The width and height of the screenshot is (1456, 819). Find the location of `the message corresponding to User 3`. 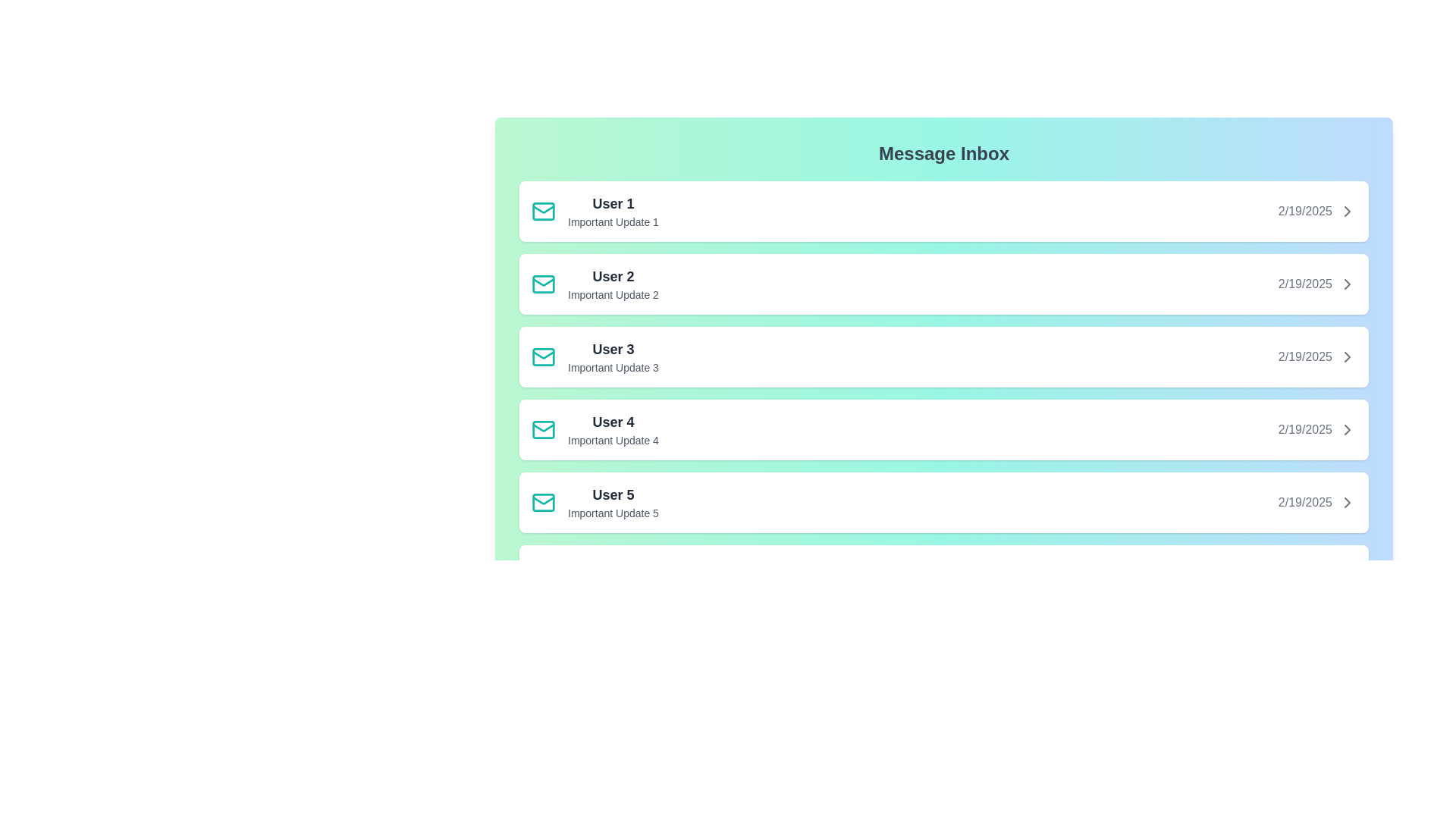

the message corresponding to User 3 is located at coordinates (943, 356).